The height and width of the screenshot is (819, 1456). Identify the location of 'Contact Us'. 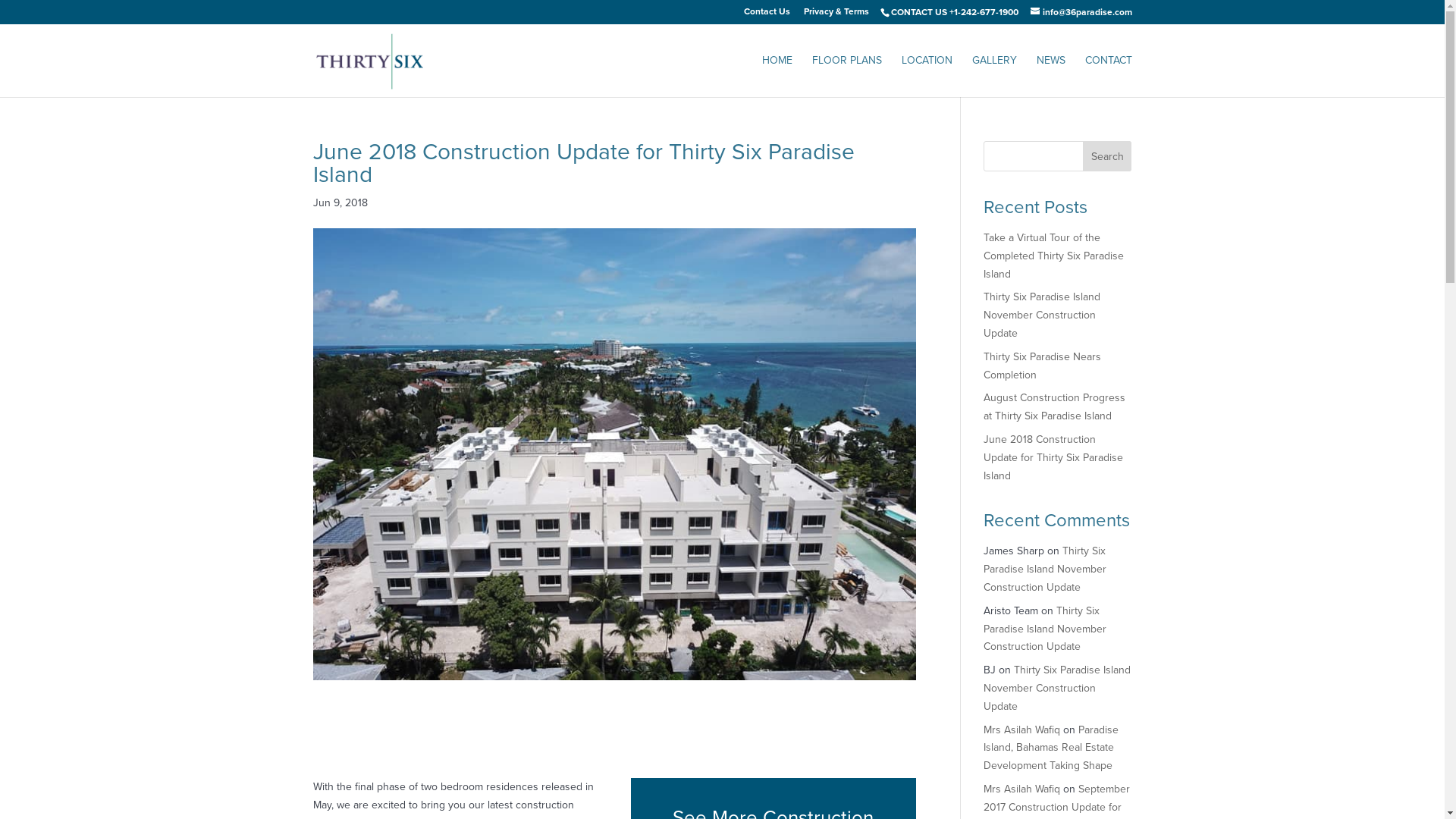
(742, 14).